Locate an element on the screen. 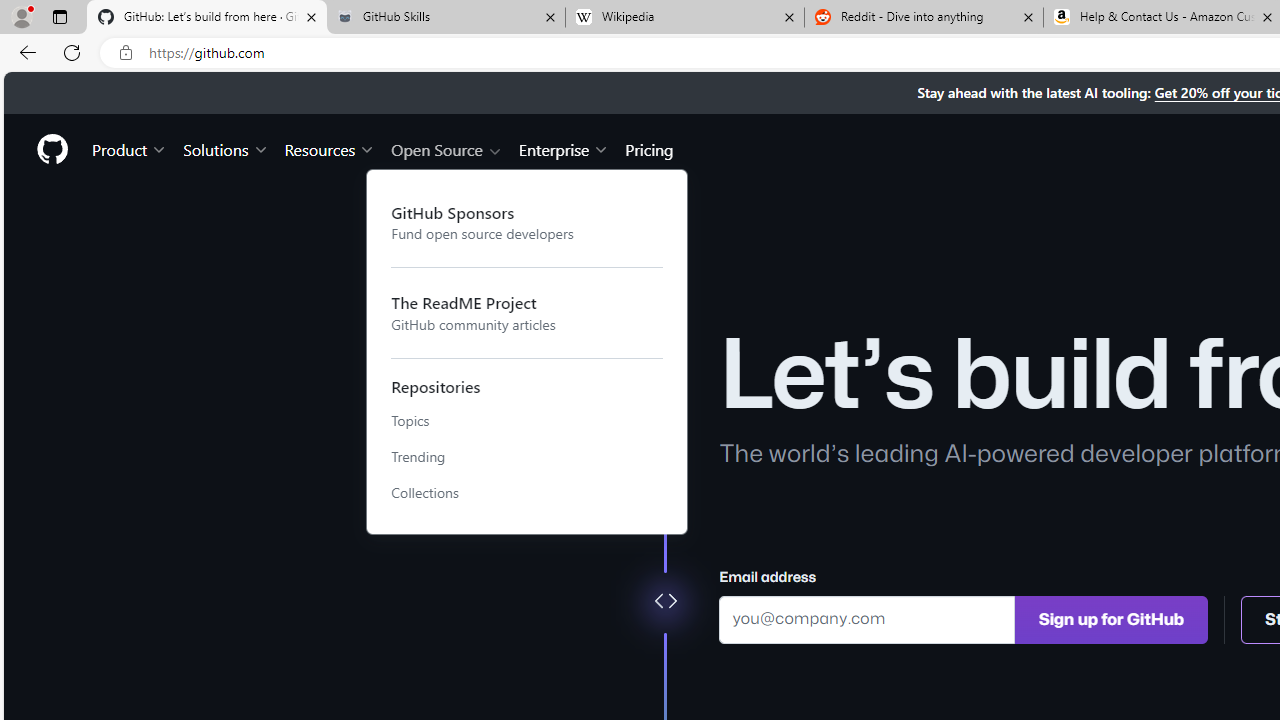 This screenshot has height=720, width=1280. 'The ReadME ProjectGitHub community articles' is located at coordinates (527, 313).